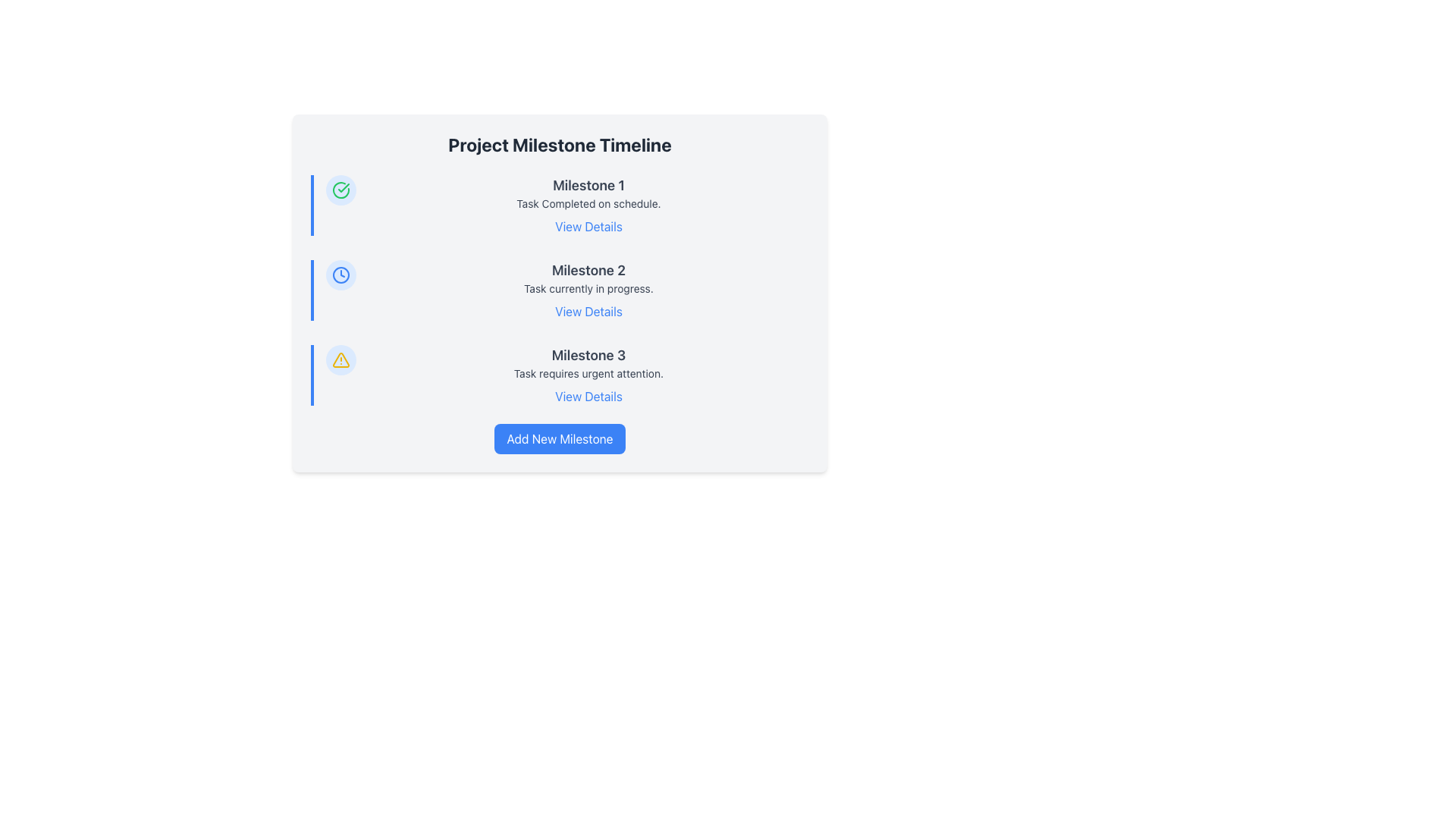 The image size is (1456, 819). I want to click on the main title text label that indicates the section pertains to a timeline of project milestones, so click(559, 145).